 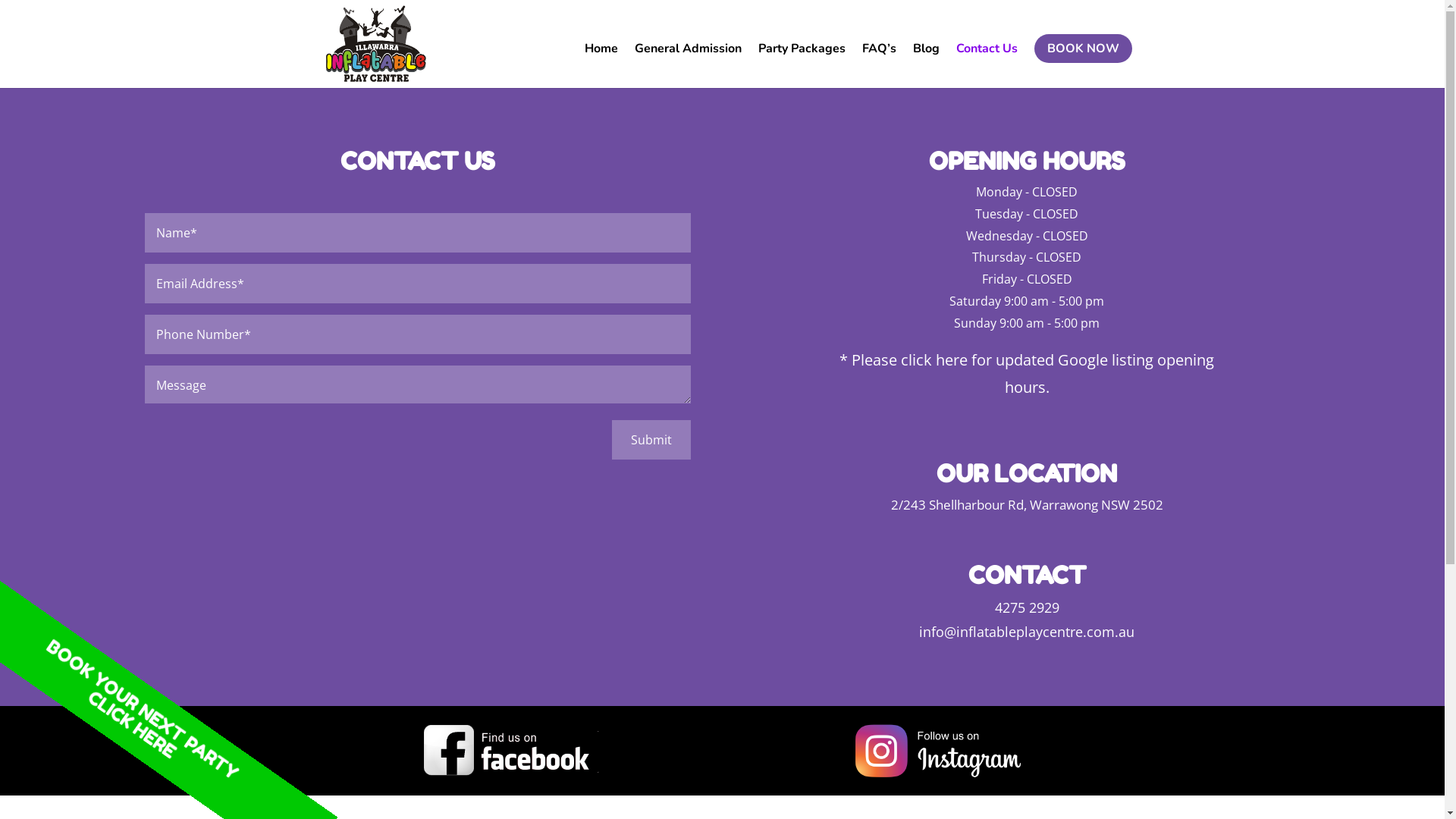 I want to click on 'info@inflatableplaycentre.com.au', so click(x=918, y=632).